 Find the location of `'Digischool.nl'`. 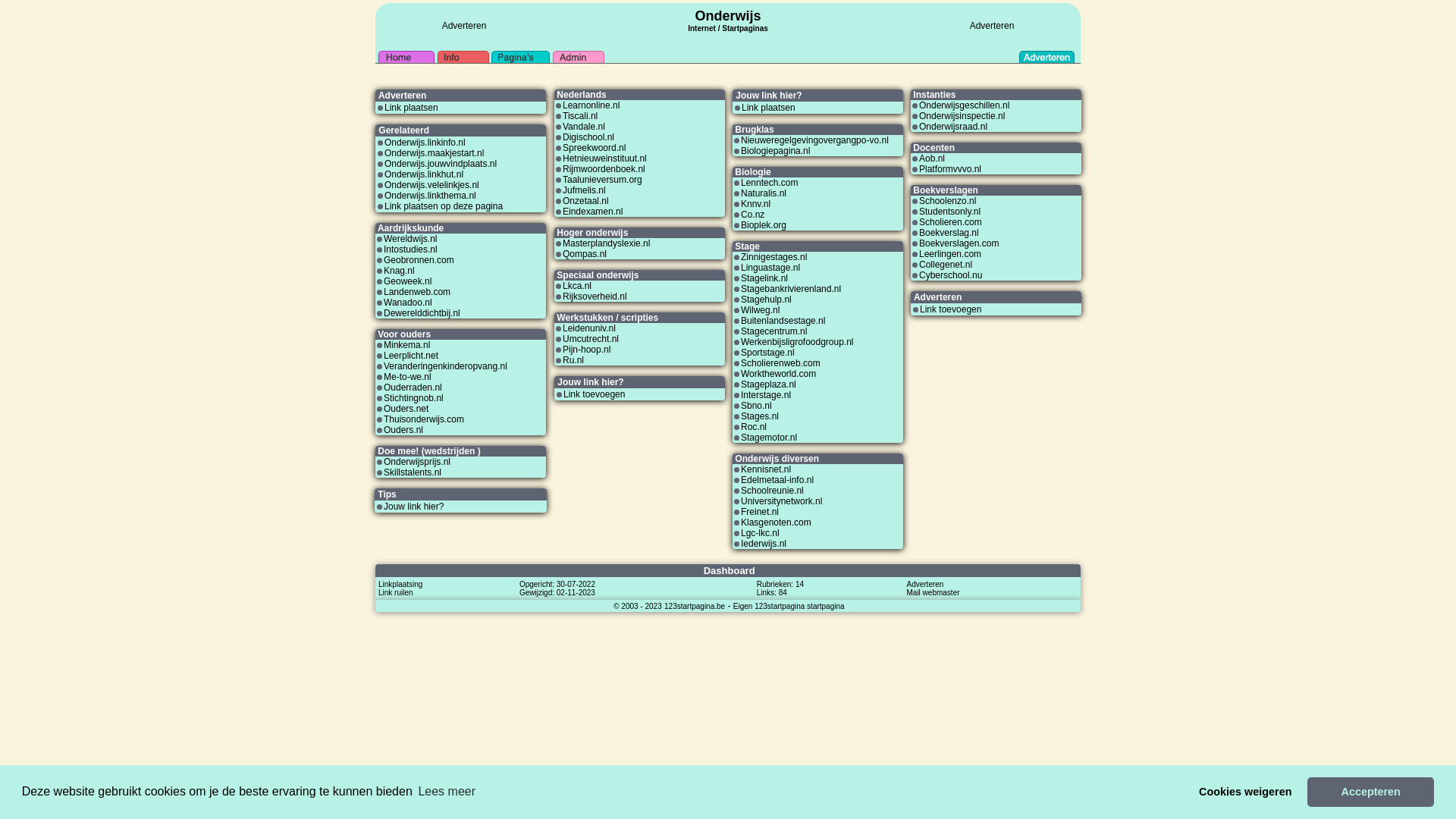

'Digischool.nl' is located at coordinates (588, 137).